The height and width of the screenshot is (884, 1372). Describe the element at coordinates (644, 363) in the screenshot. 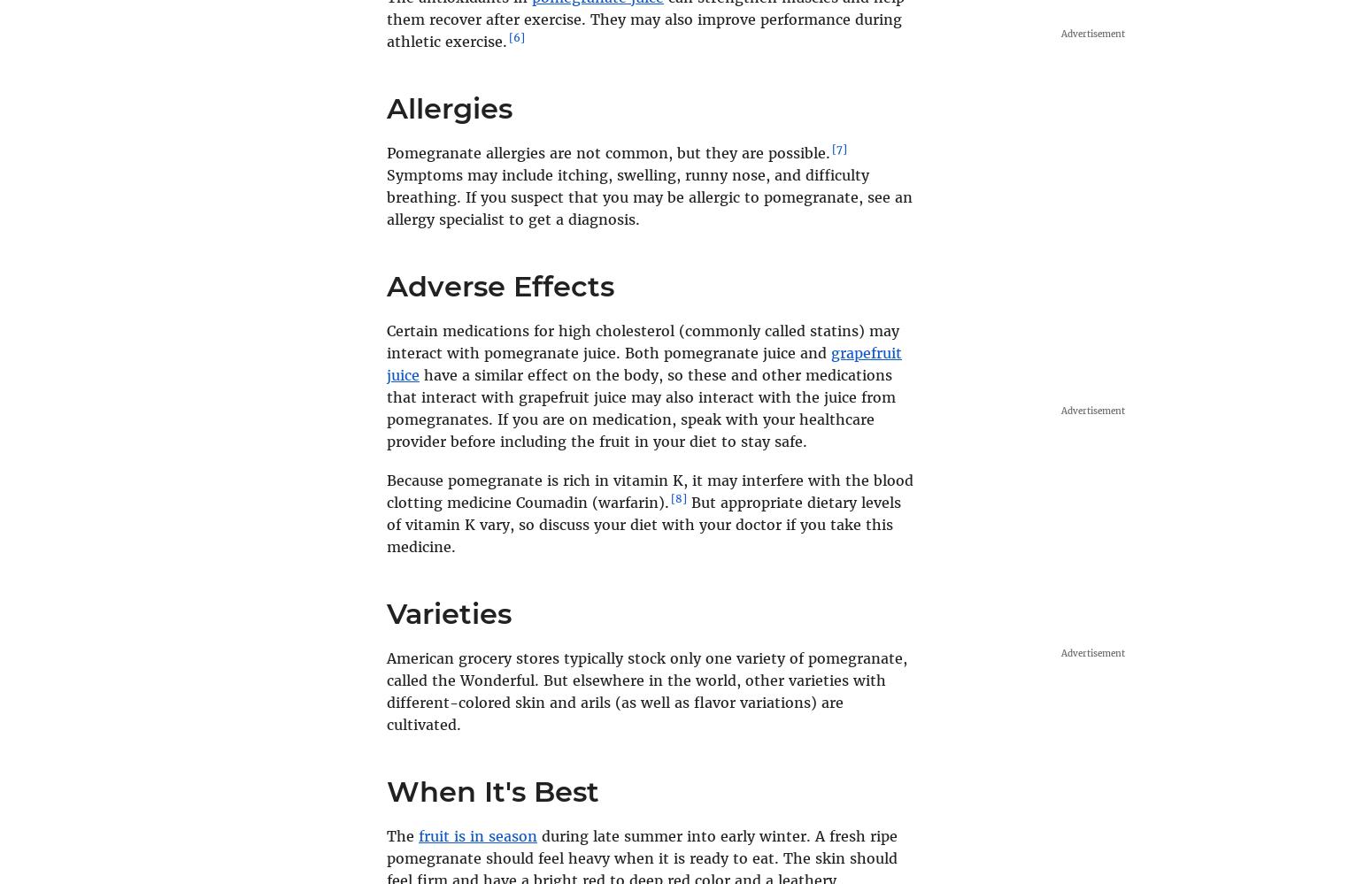

I see `'grapefruit juice'` at that location.